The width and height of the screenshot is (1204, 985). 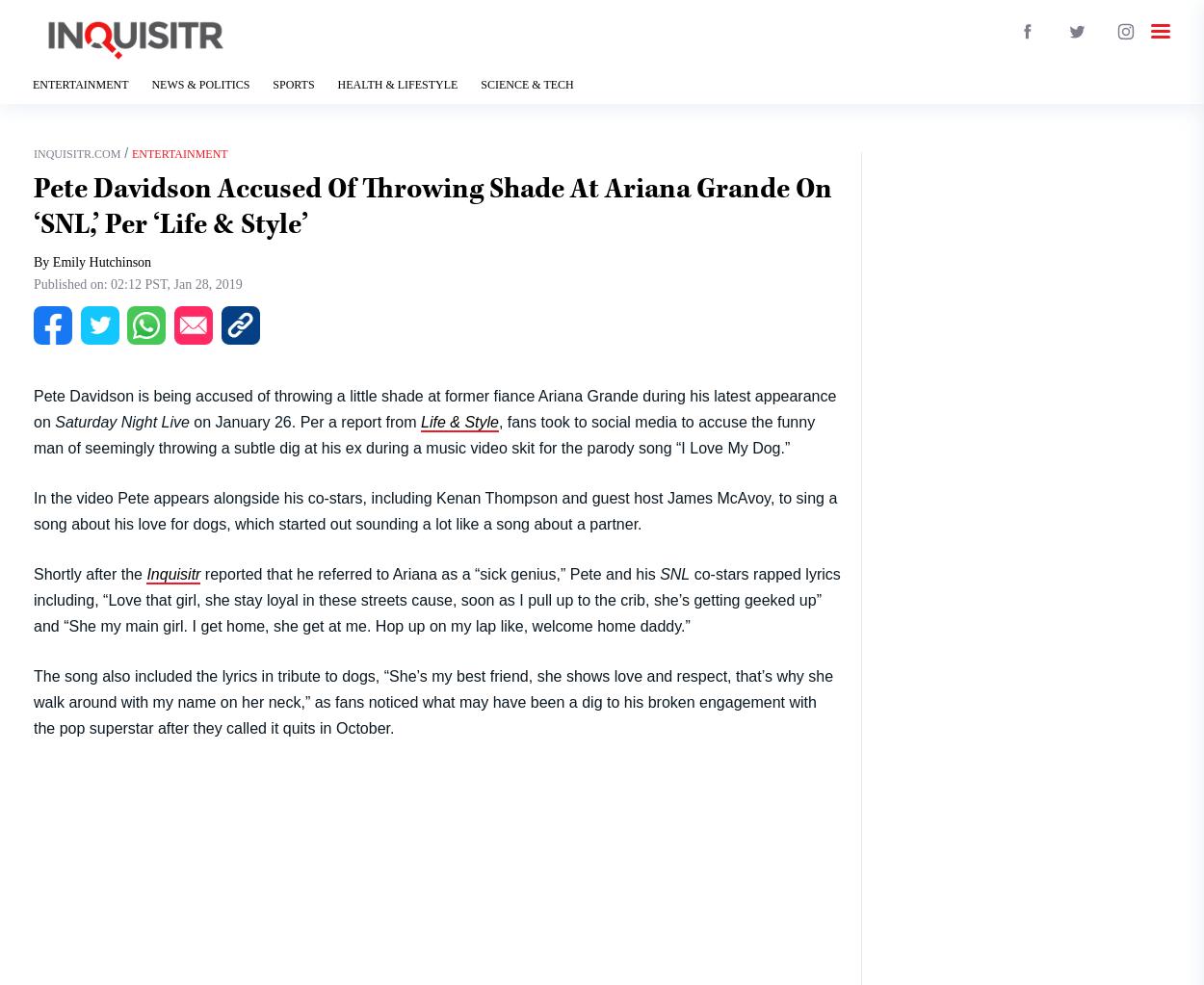 I want to click on 'In the video Pete appears alongside his co-stars, including Kenan Thompson and guest host James McAvoy, to sing a song about his love for dogs, which started out sounding a lot like a song about a partner.', so click(x=433, y=509).